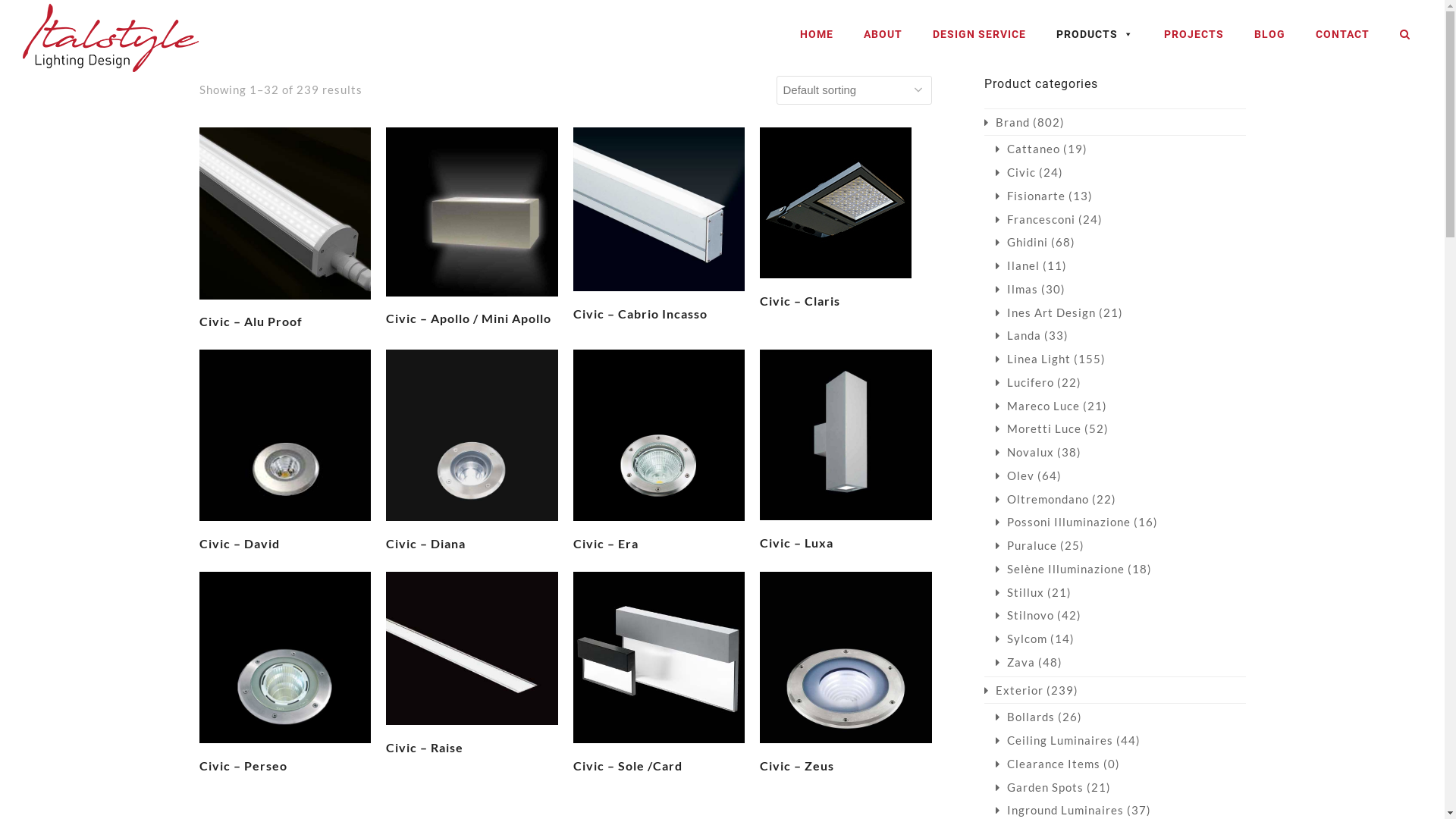  Describe the element at coordinates (1095, 34) in the screenshot. I see `'PRODUCTS'` at that location.